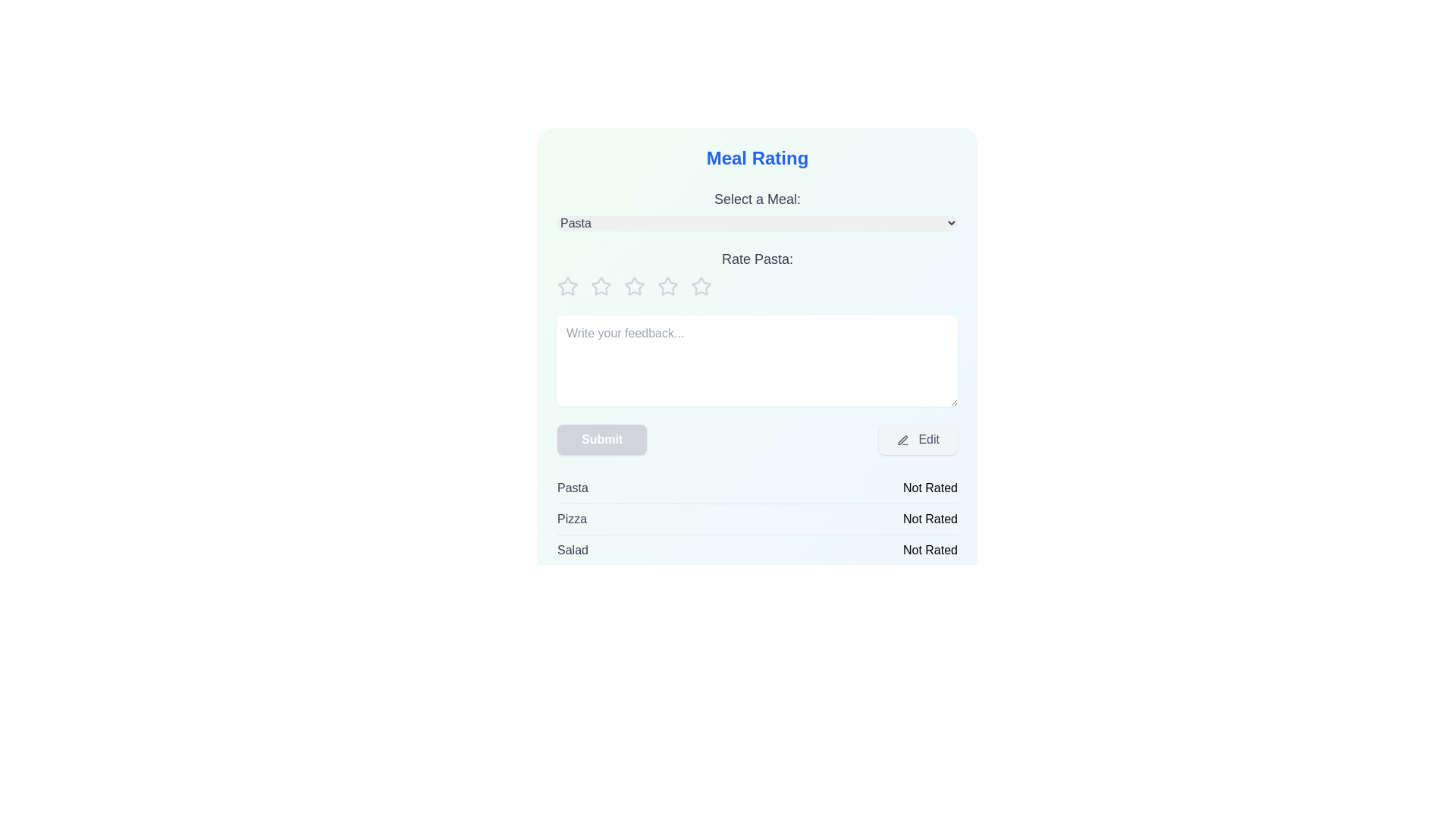  Describe the element at coordinates (757, 259) in the screenshot. I see `the static text label indicating the purpose of the rating widget for the meal 'Pasta', located below the meal selection dropdown` at that location.